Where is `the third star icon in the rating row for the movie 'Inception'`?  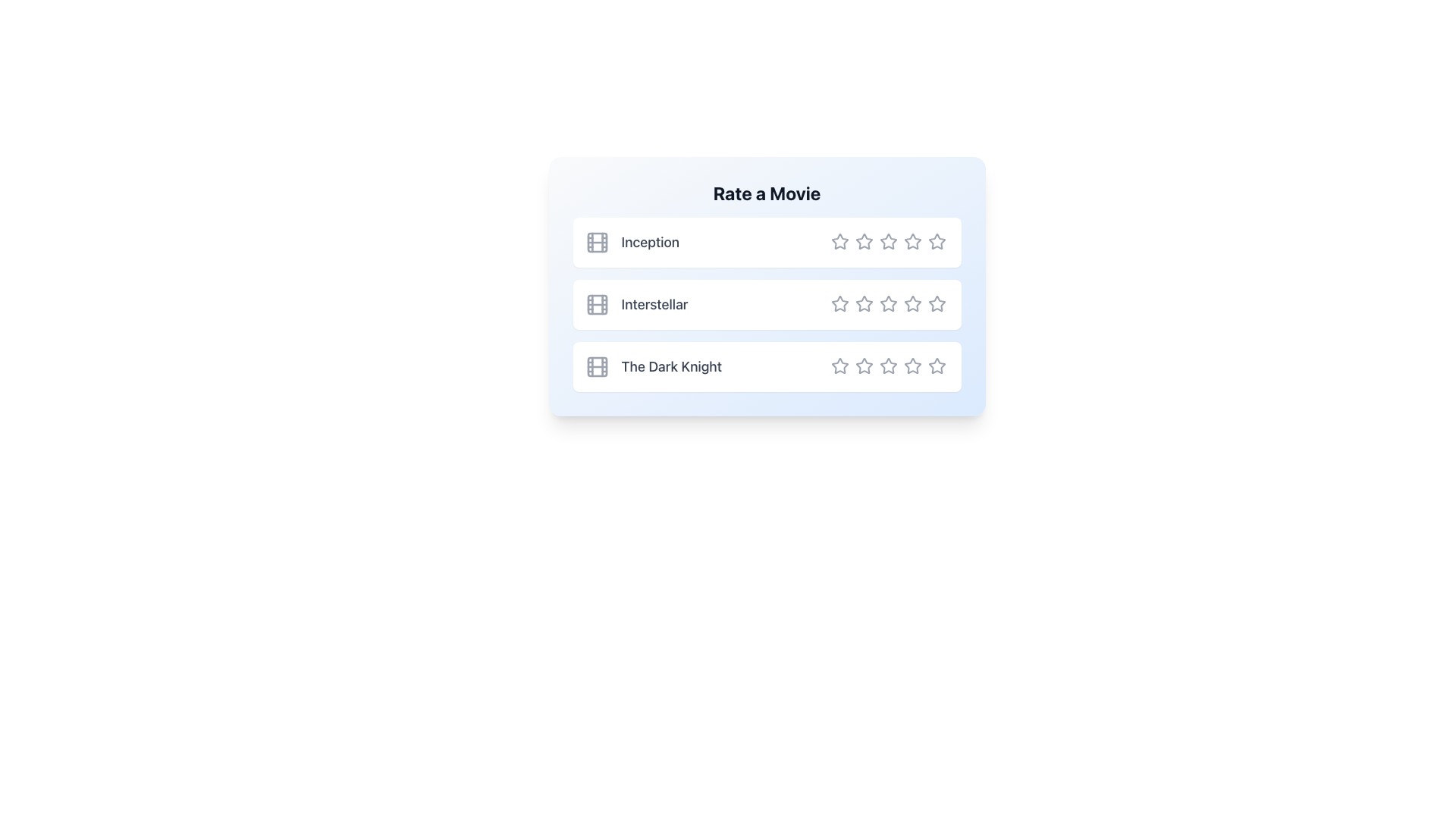 the third star icon in the rating row for the movie 'Inception' is located at coordinates (888, 240).